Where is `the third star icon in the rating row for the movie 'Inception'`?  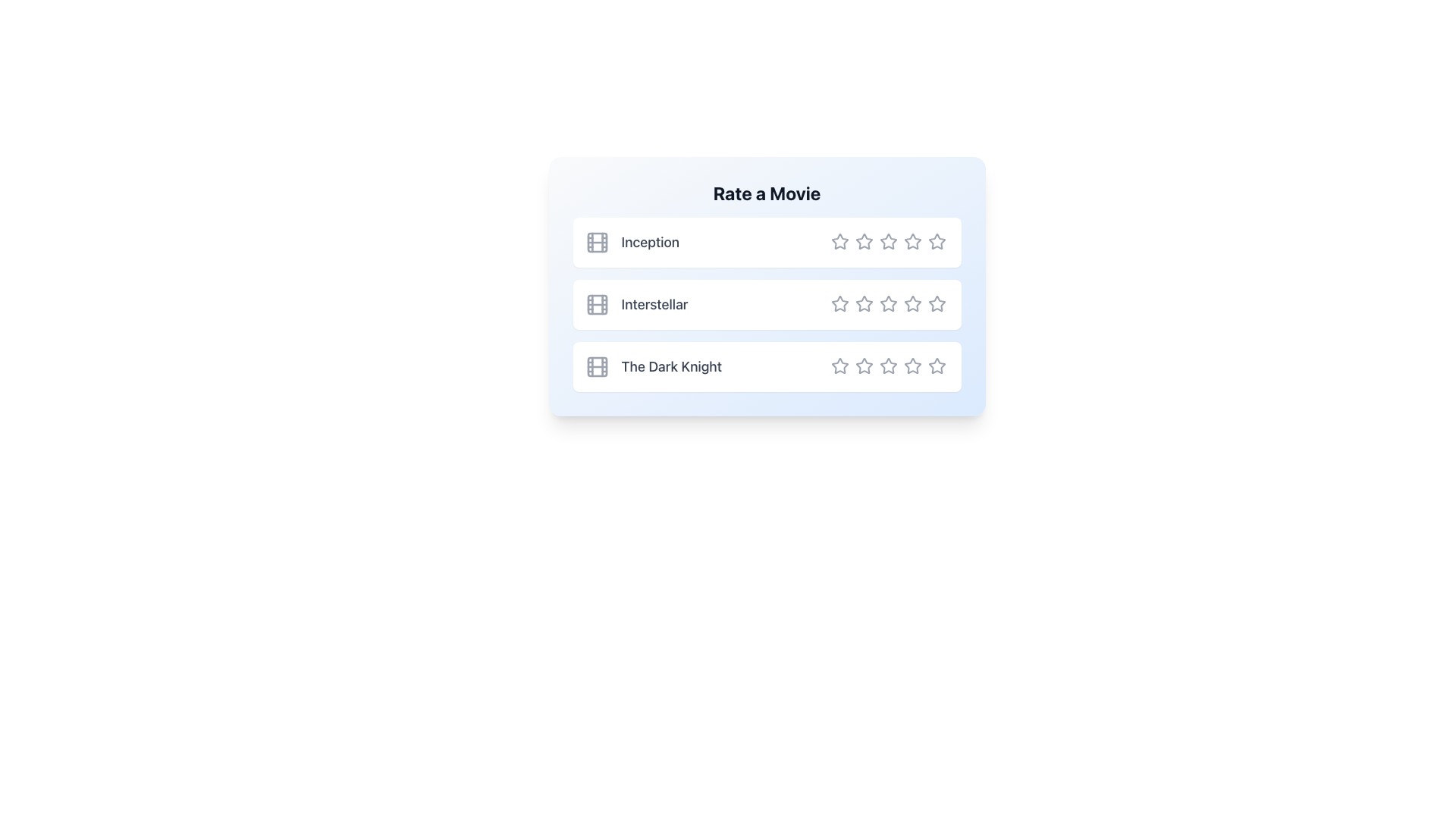 the third star icon in the rating row for the movie 'Inception' is located at coordinates (888, 240).